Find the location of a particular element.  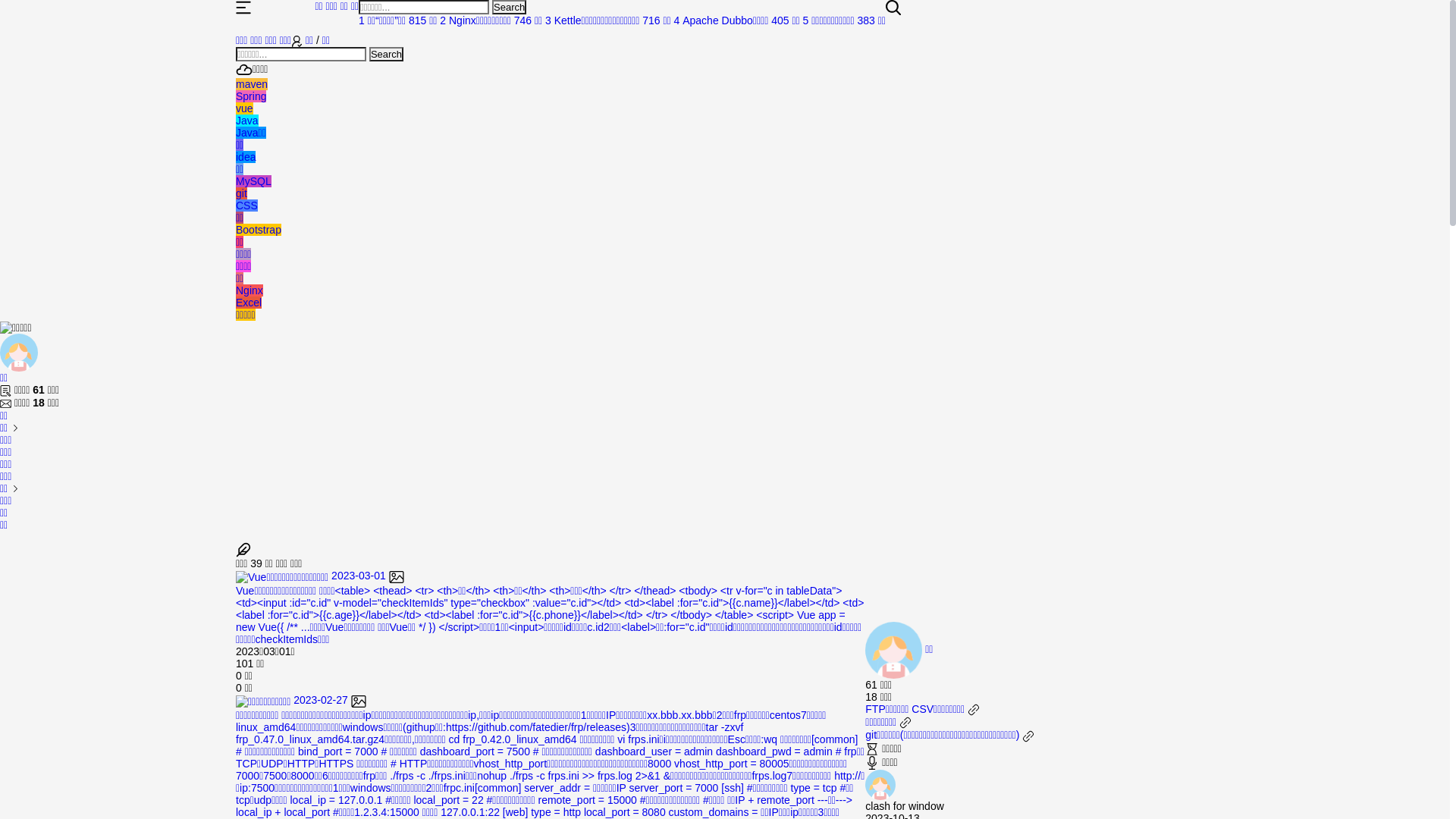

'2023-02-27' is located at coordinates (301, 699).